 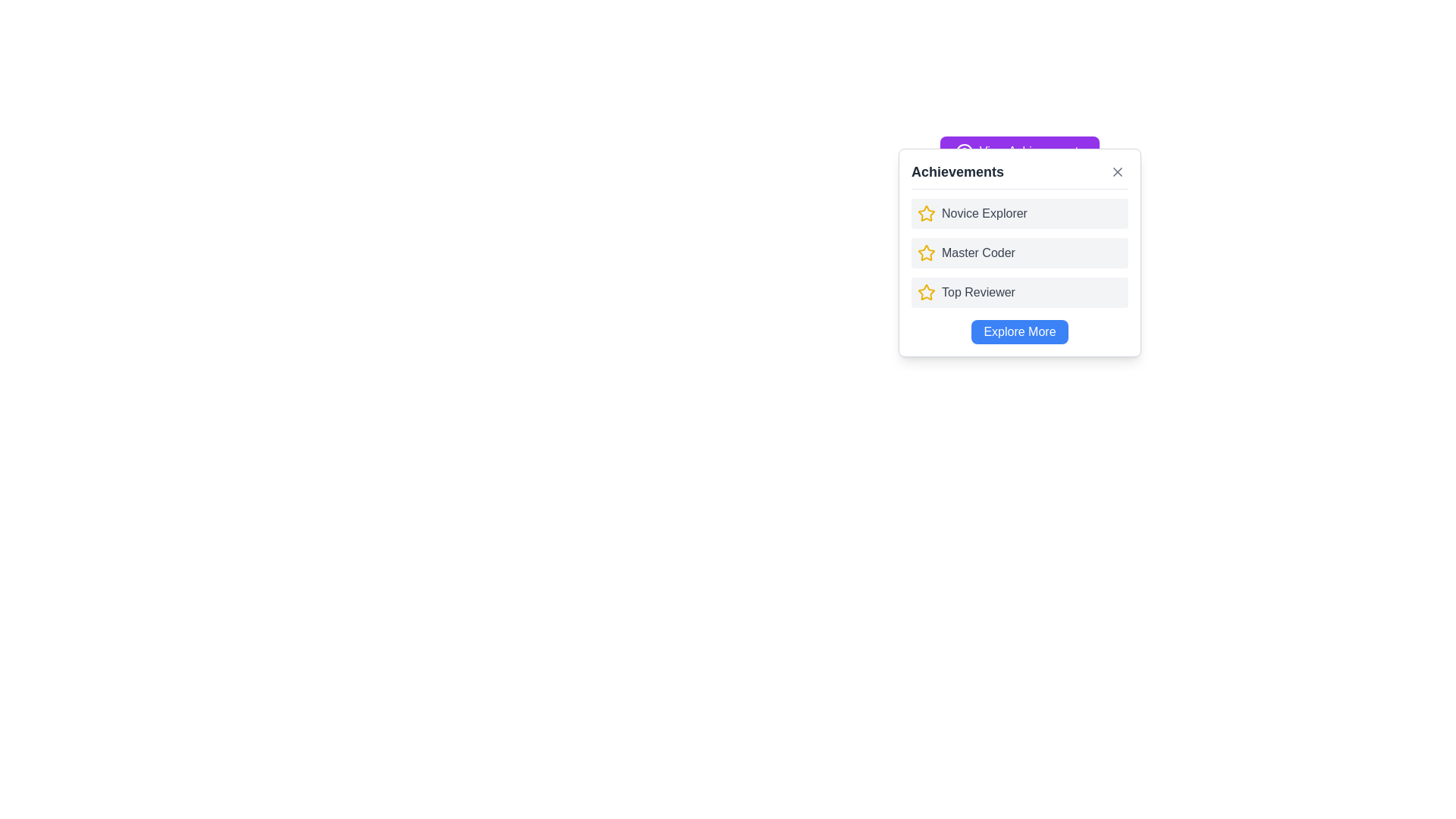 I want to click on the 'Top Reviewer' label, which is the third text label in a list of achievements displayed in a vertically arranged white box within a popup card titled 'Achievements', so click(x=978, y=292).